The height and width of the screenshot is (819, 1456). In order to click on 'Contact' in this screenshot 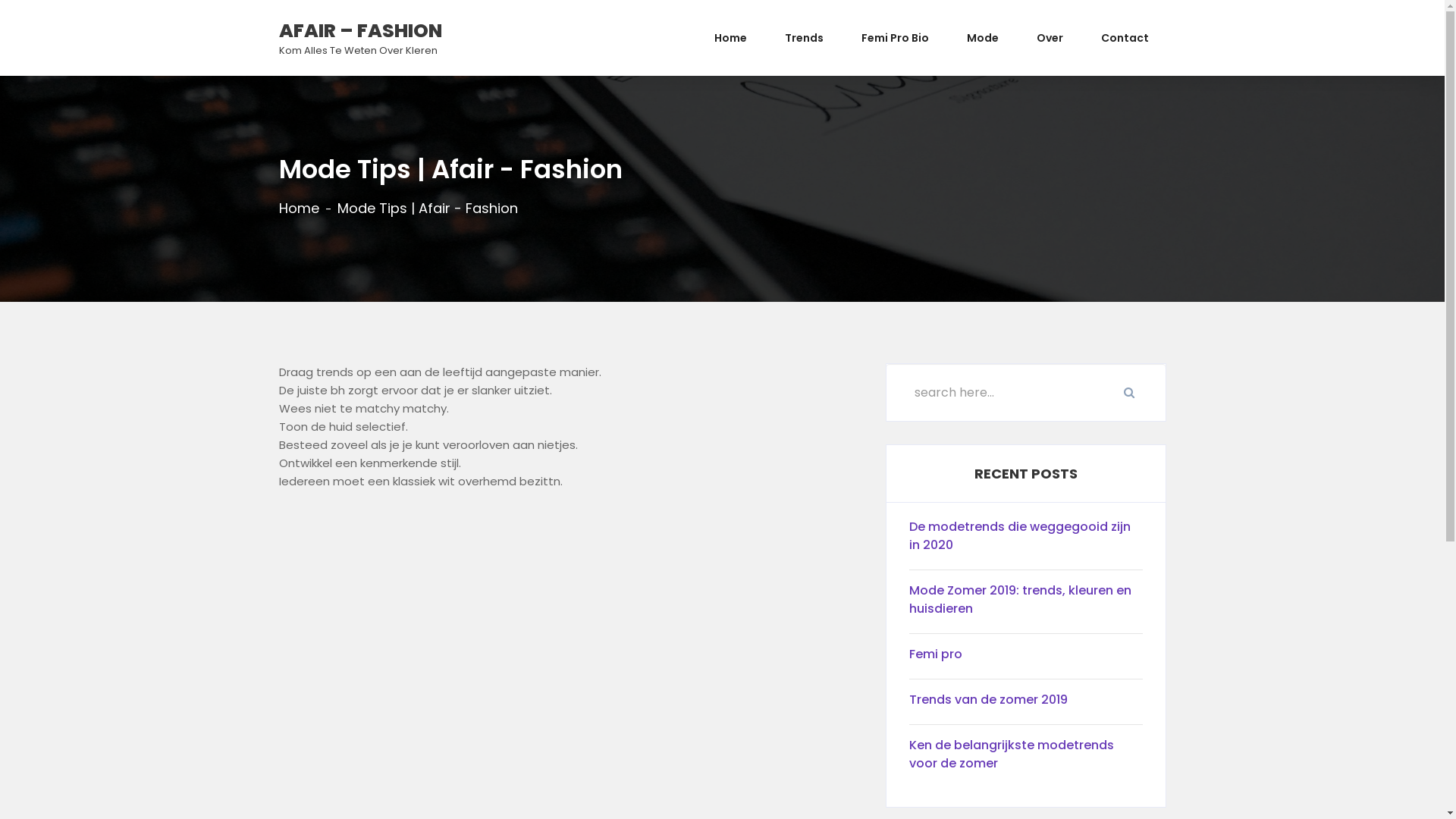, I will do `click(1124, 37)`.